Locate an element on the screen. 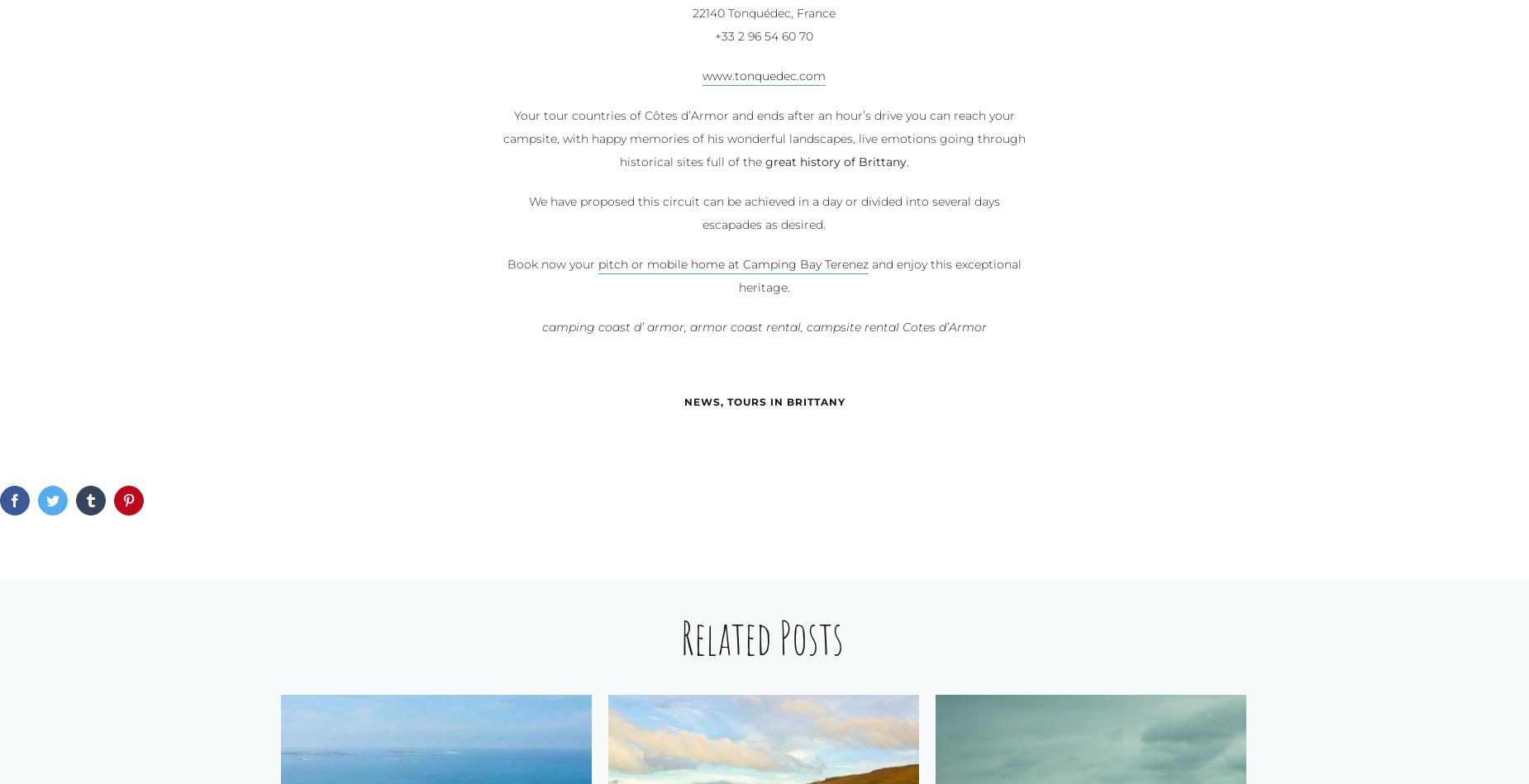  'and enjoy this exceptional heritage.' is located at coordinates (878, 276).